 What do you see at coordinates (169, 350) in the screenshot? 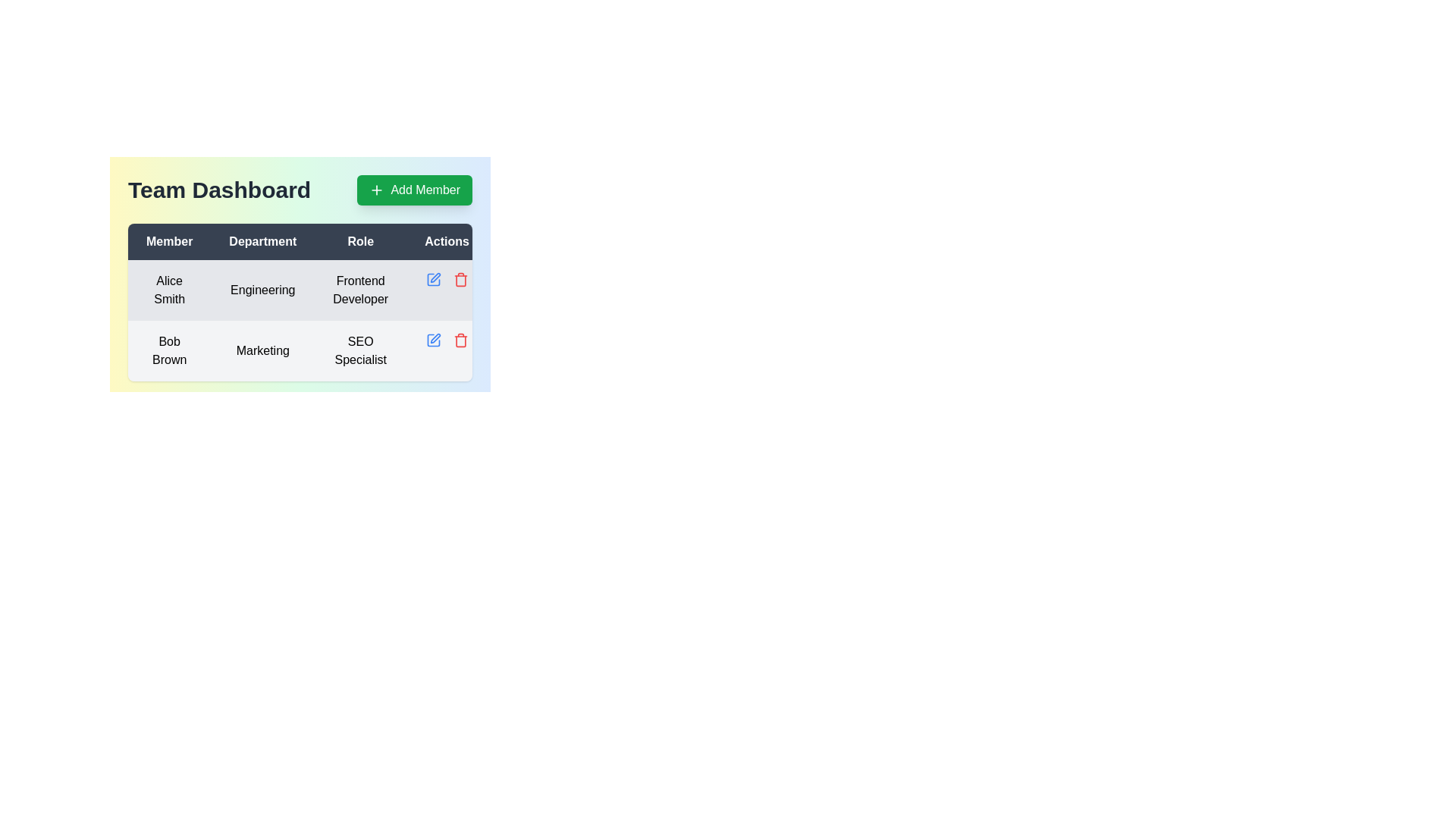
I see `the Text element displaying the name 'Bob Brown' in the first column of the second row of the table labeled 'Member'` at bounding box center [169, 350].